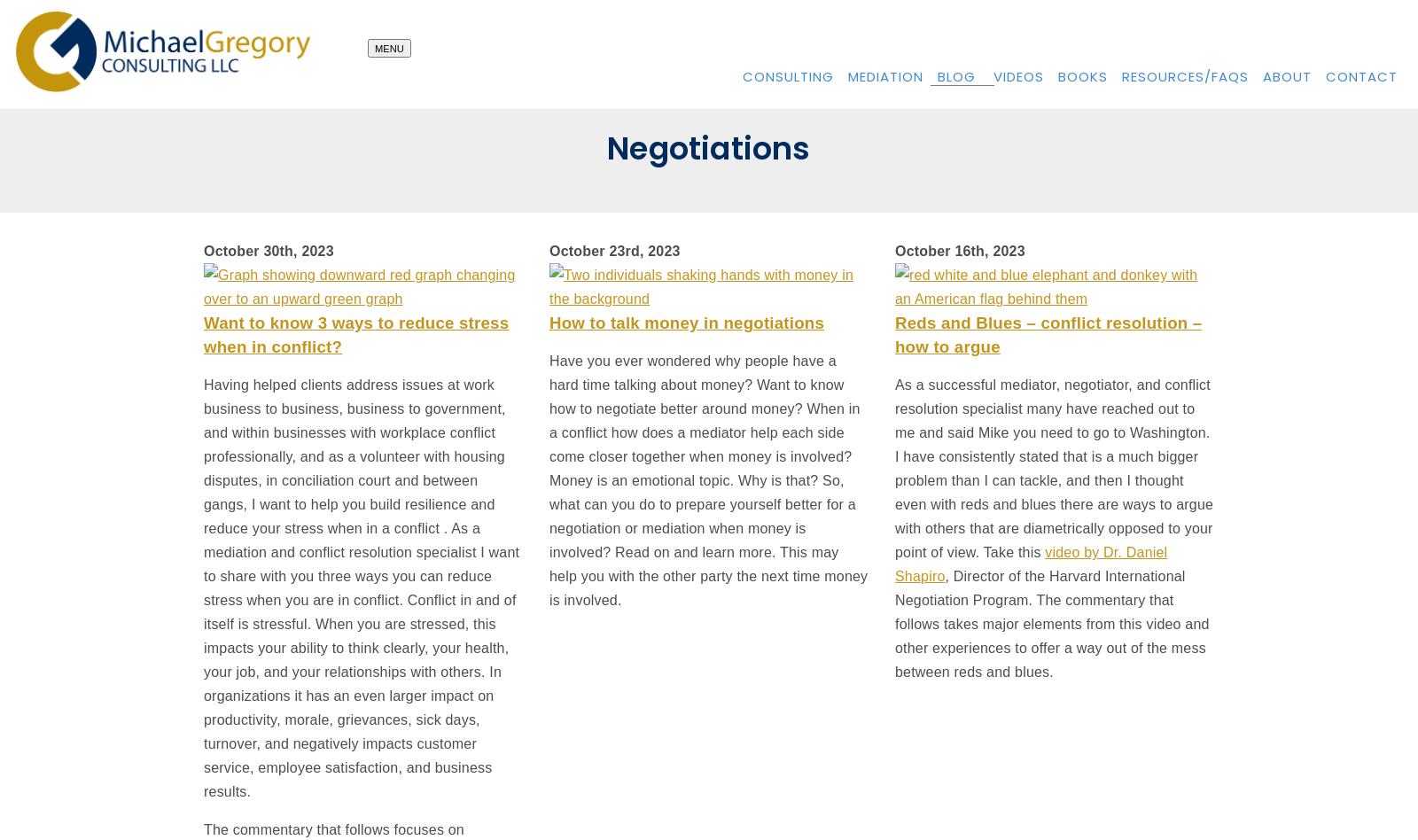 This screenshot has width=1418, height=840. Describe the element at coordinates (361, 587) in the screenshot. I see `'Having helped clients address issues at work business to business, business to government, and within businesses with workplace conflict professionally, and as a volunteer with housing disputes, in conciliation court and between gangs, I want to help you build resilience and reduce your stress when in a conflict . As a mediation and conflict resolution specialist I want to share with you three ways you can reduce stress when you are in conflict. Conflict in and of itself is stressful. When you are stressed, this impacts your ability to think clearly, your health, your job, and your relationships with others. In organizations it has an even larger impact on productivity, morale, grievances, sick days, turnover, and negatively impacts customer service, employee satisfaction, and business results.'` at that location.